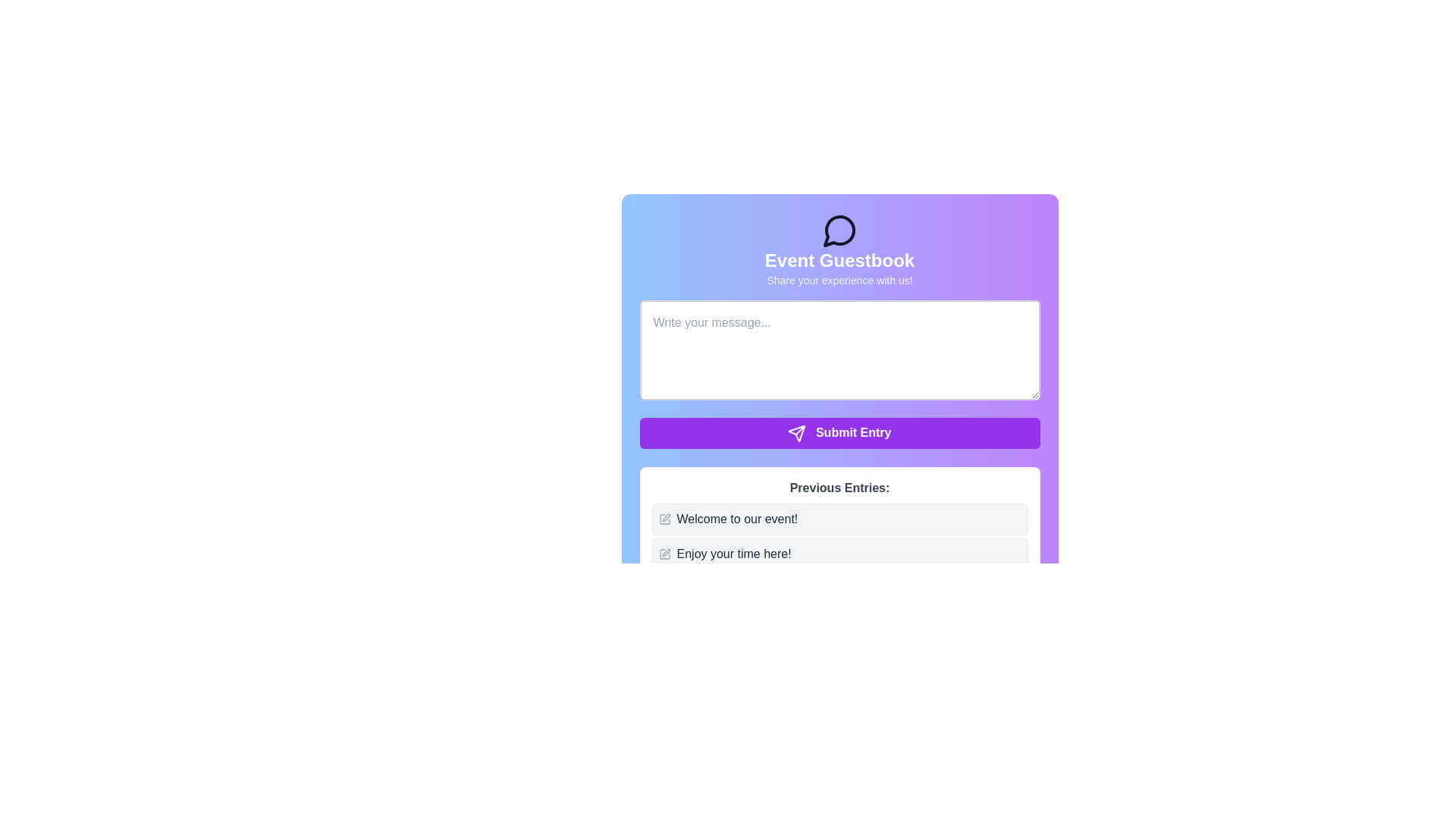  What do you see at coordinates (839, 259) in the screenshot?
I see `the text label that serves as a header for the section, located at the top-center of the interface, indicating the purpose of the section below` at bounding box center [839, 259].